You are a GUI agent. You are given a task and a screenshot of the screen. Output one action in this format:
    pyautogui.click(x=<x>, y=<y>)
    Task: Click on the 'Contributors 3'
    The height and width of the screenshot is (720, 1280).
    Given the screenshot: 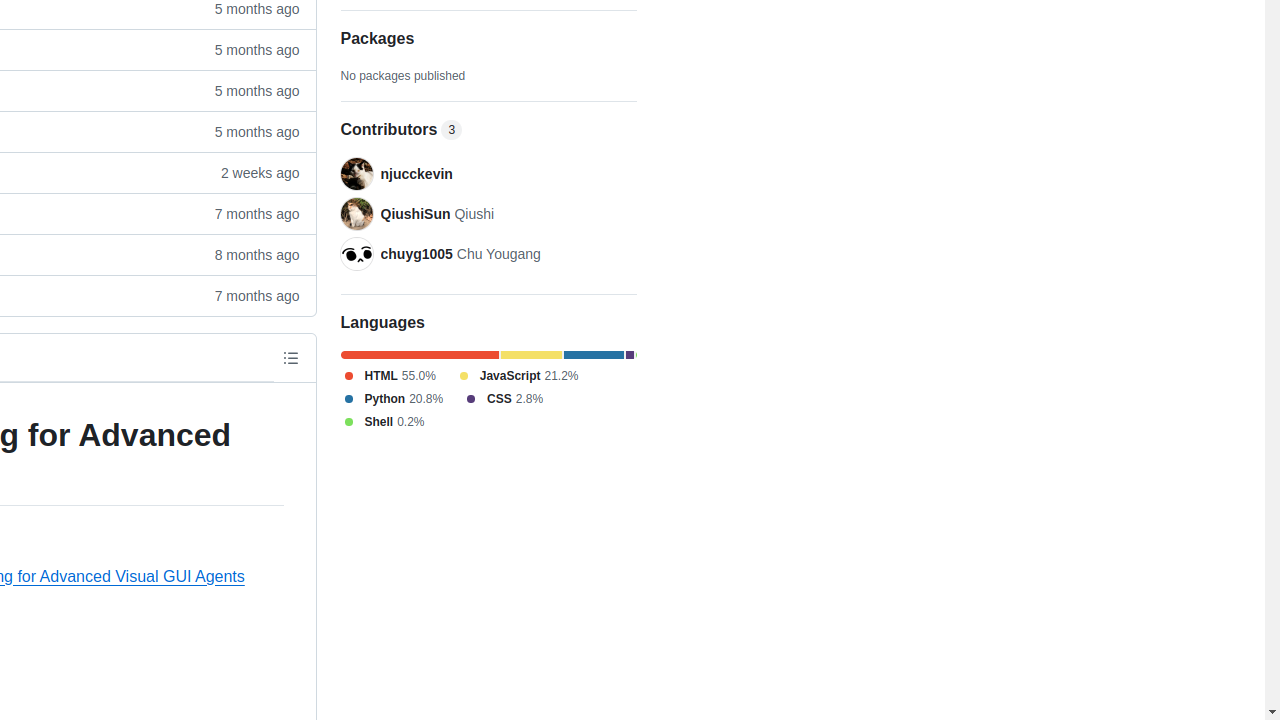 What is the action you would take?
    pyautogui.click(x=488, y=130)
    